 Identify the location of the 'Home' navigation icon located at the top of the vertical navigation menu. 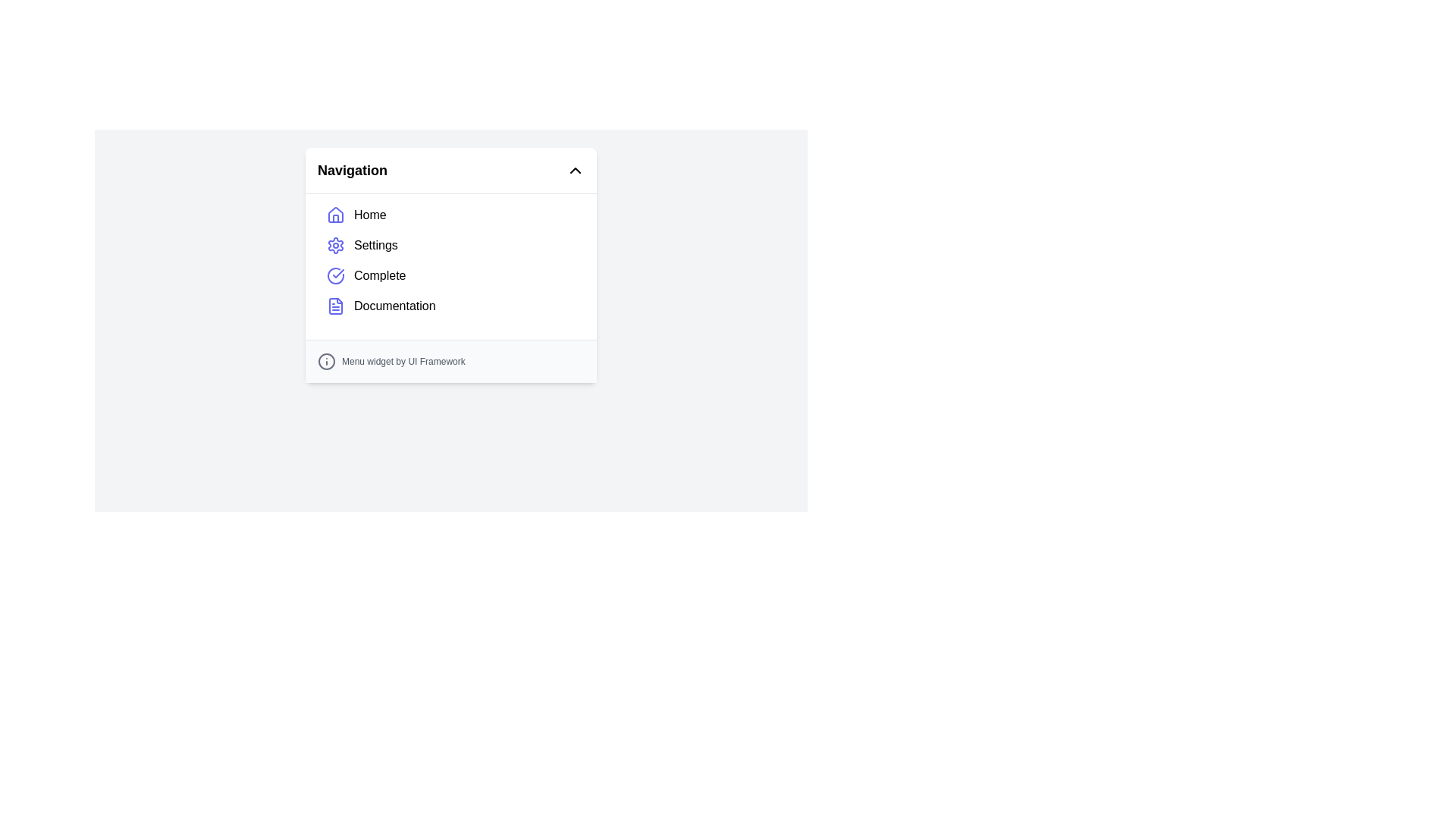
(334, 218).